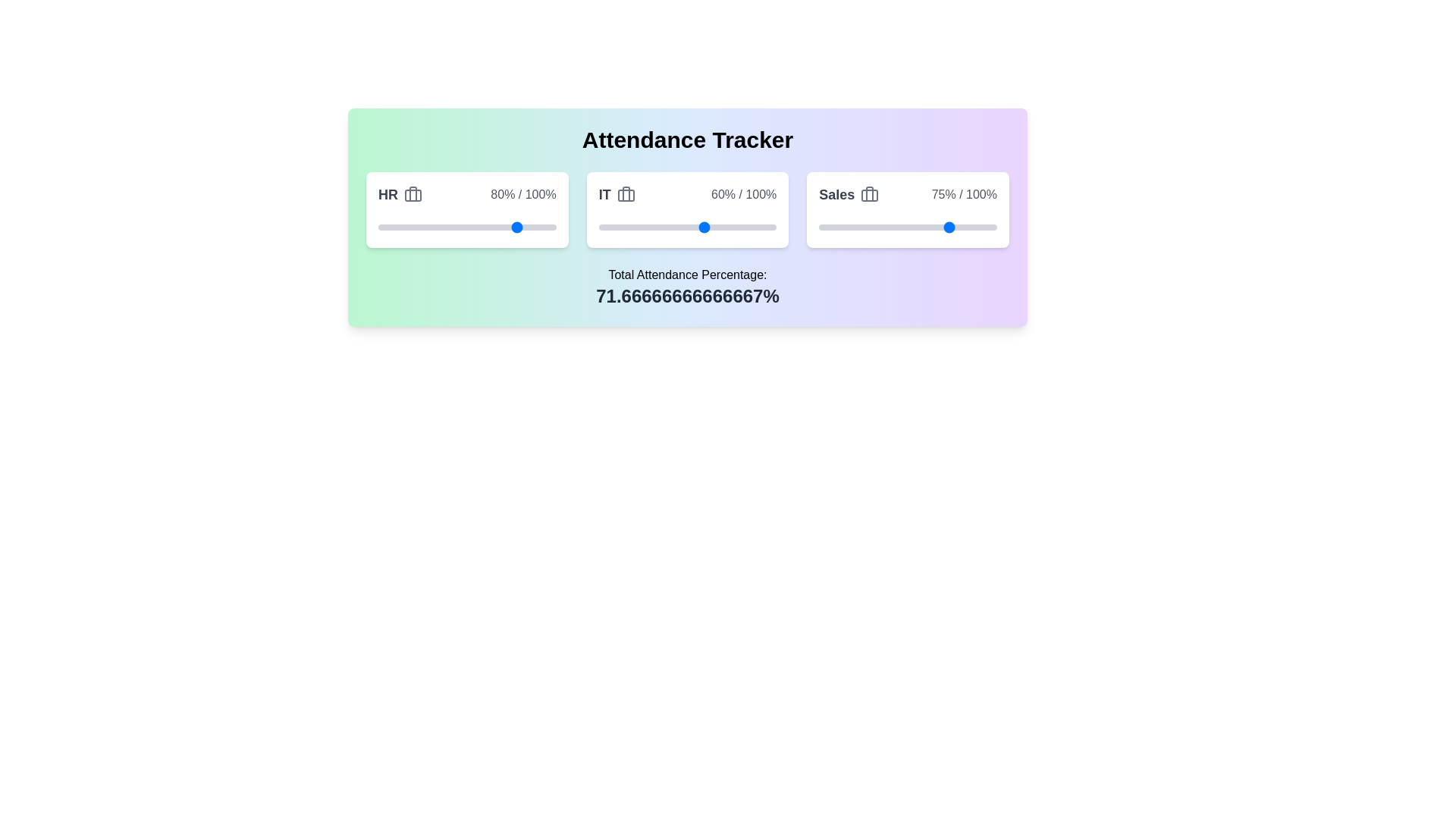  I want to click on the IT attendance slider, so click(623, 227).